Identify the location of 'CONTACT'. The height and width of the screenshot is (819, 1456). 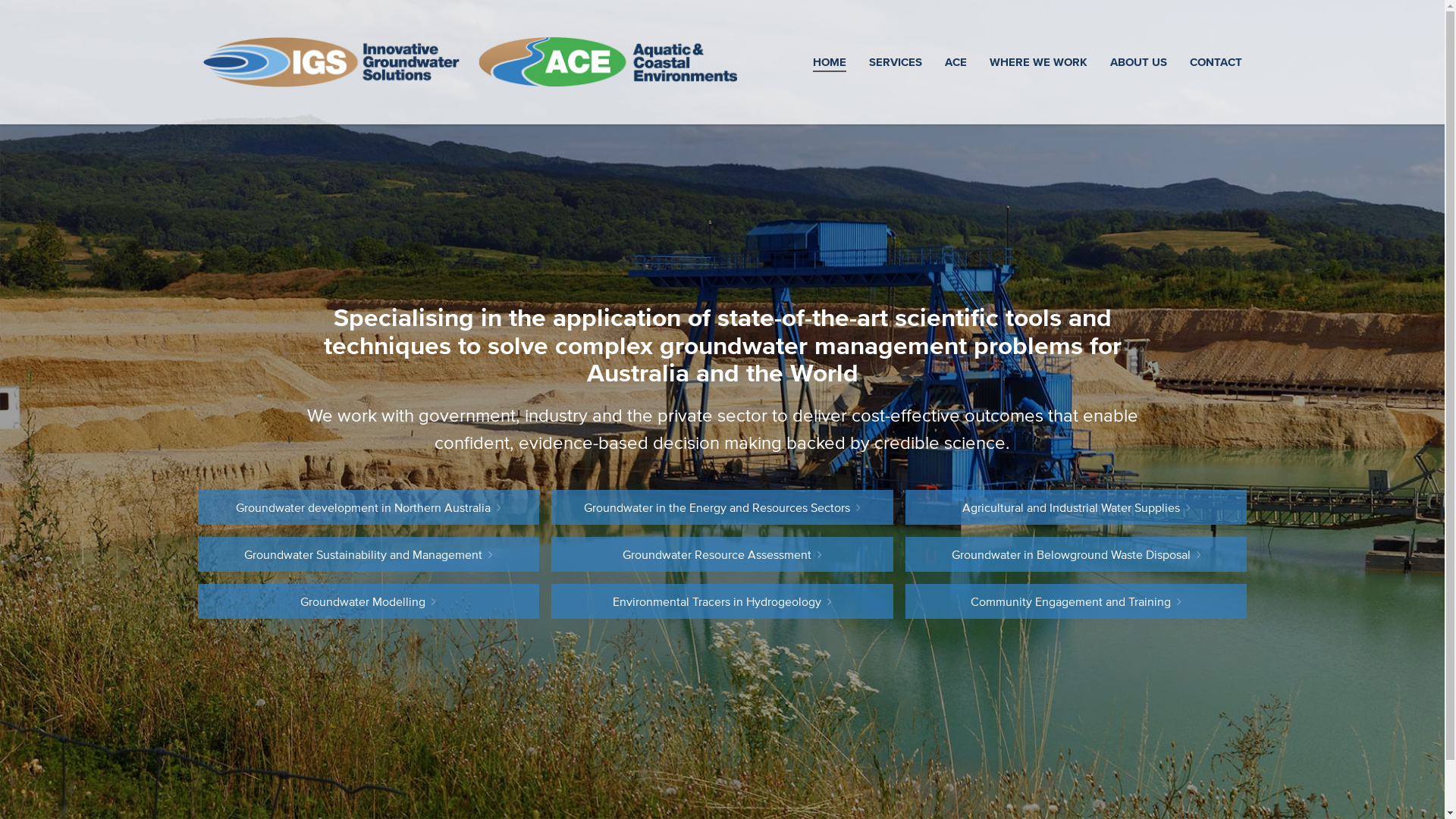
(1216, 61).